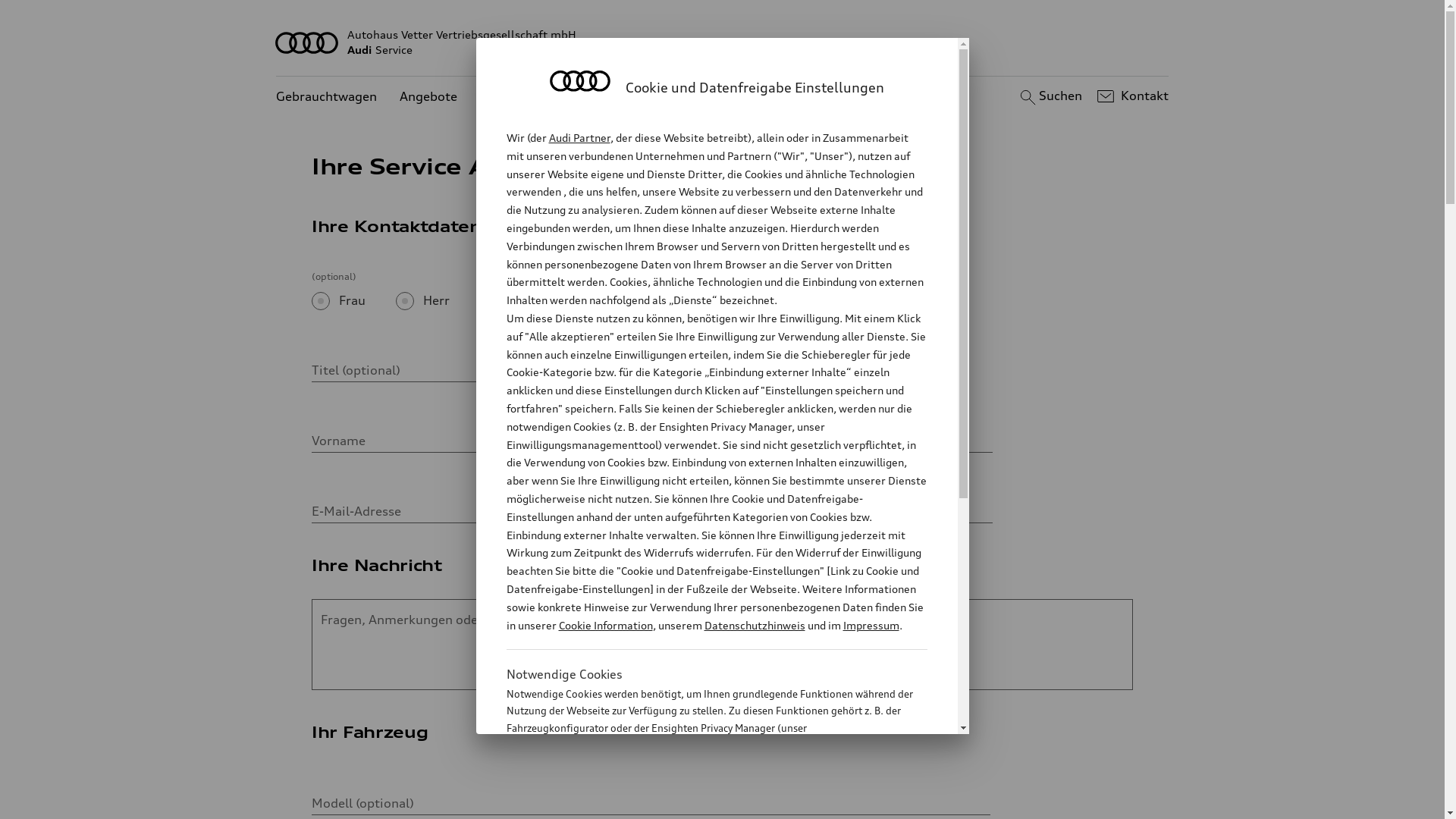 The image size is (1456, 819). What do you see at coordinates (523, 96) in the screenshot?
I see `'Kundenservice'` at bounding box center [523, 96].